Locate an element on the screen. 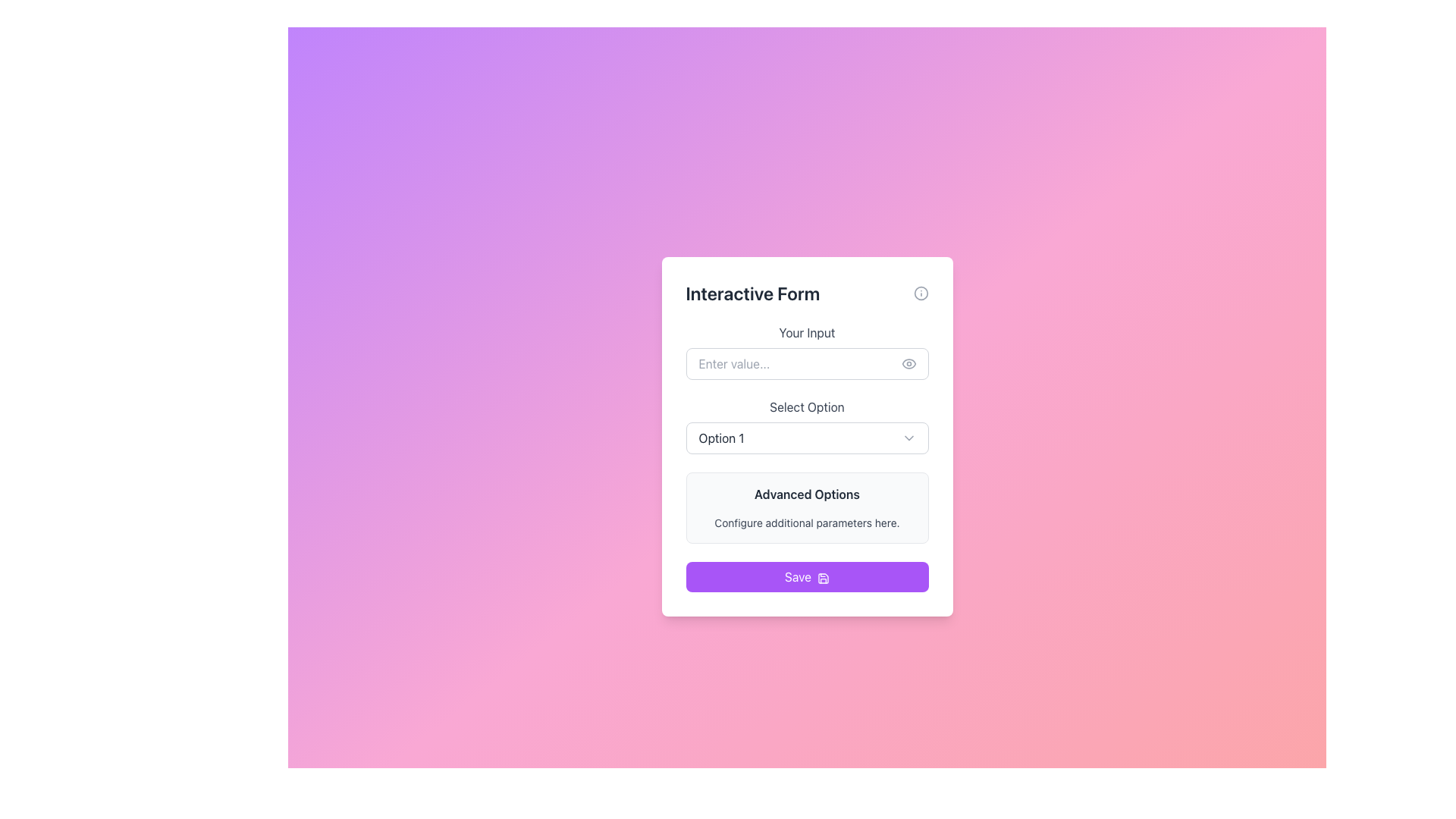  the dropdown menu located below the 'Your Input' field and above the 'Advanced Options' section is located at coordinates (806, 436).